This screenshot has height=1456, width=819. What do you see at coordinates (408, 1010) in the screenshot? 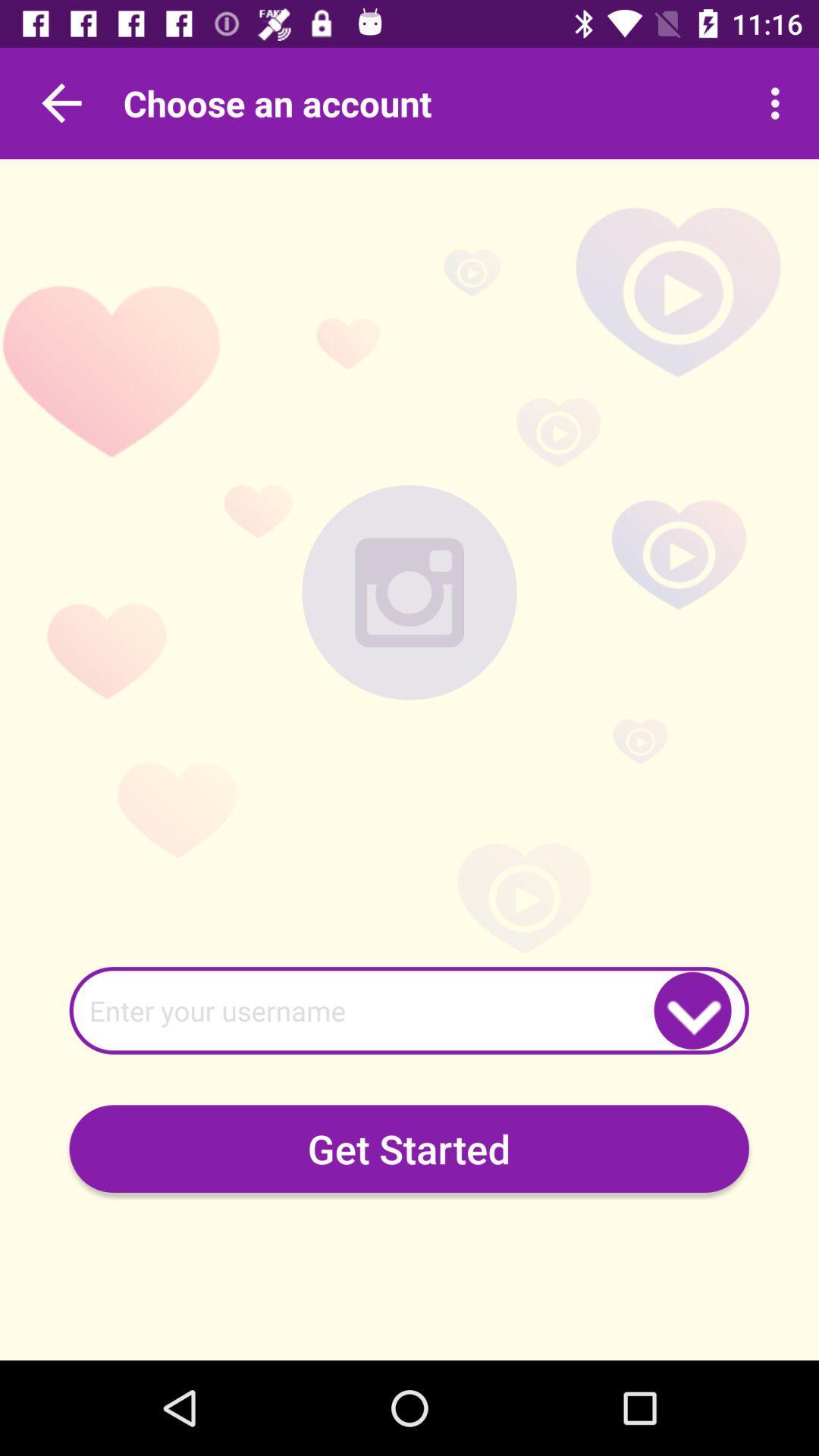
I see `username` at bounding box center [408, 1010].